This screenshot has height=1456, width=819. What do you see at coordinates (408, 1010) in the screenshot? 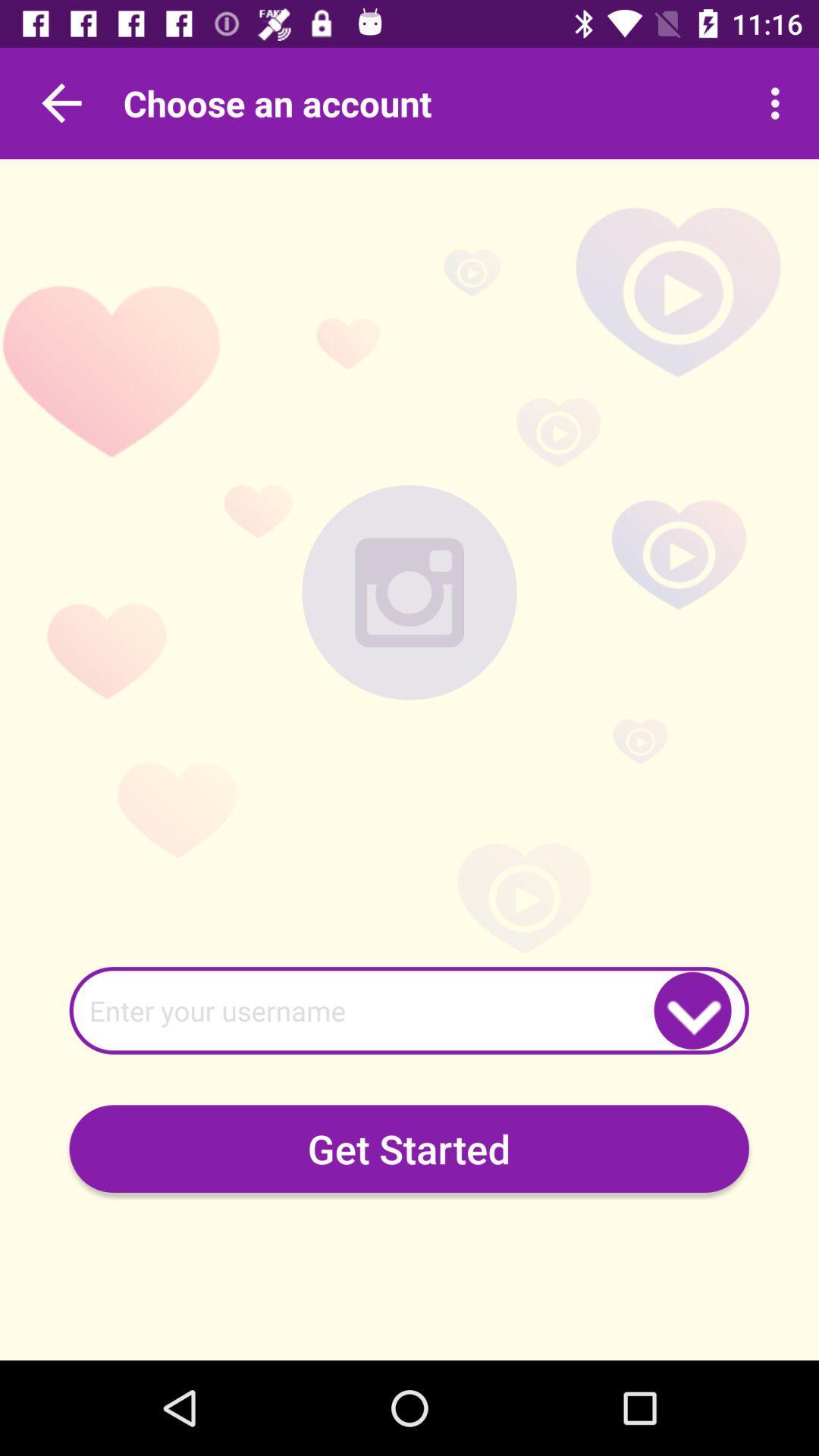
I see `username` at bounding box center [408, 1010].